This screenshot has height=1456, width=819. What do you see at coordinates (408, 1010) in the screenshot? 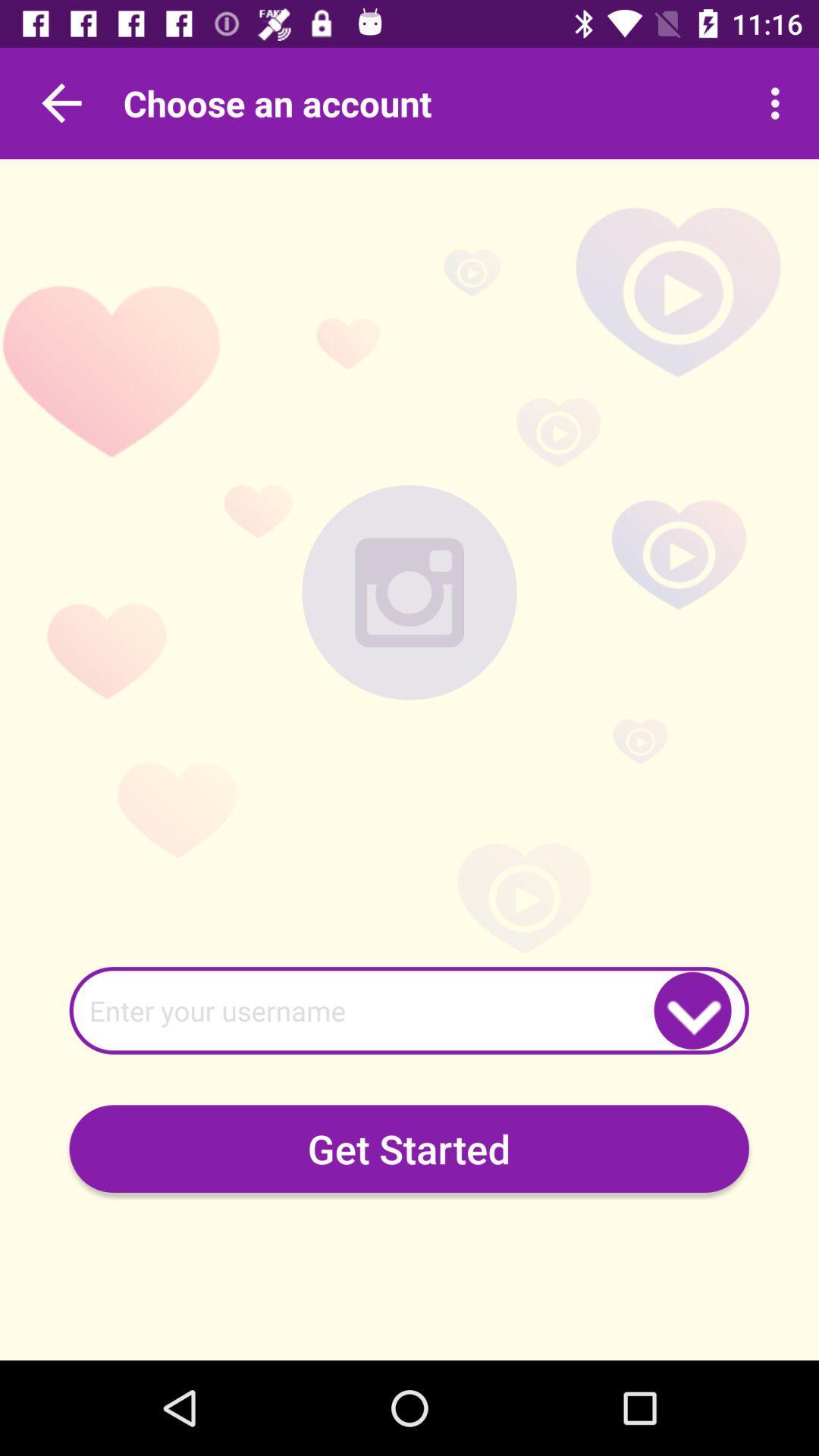
I see `username` at bounding box center [408, 1010].